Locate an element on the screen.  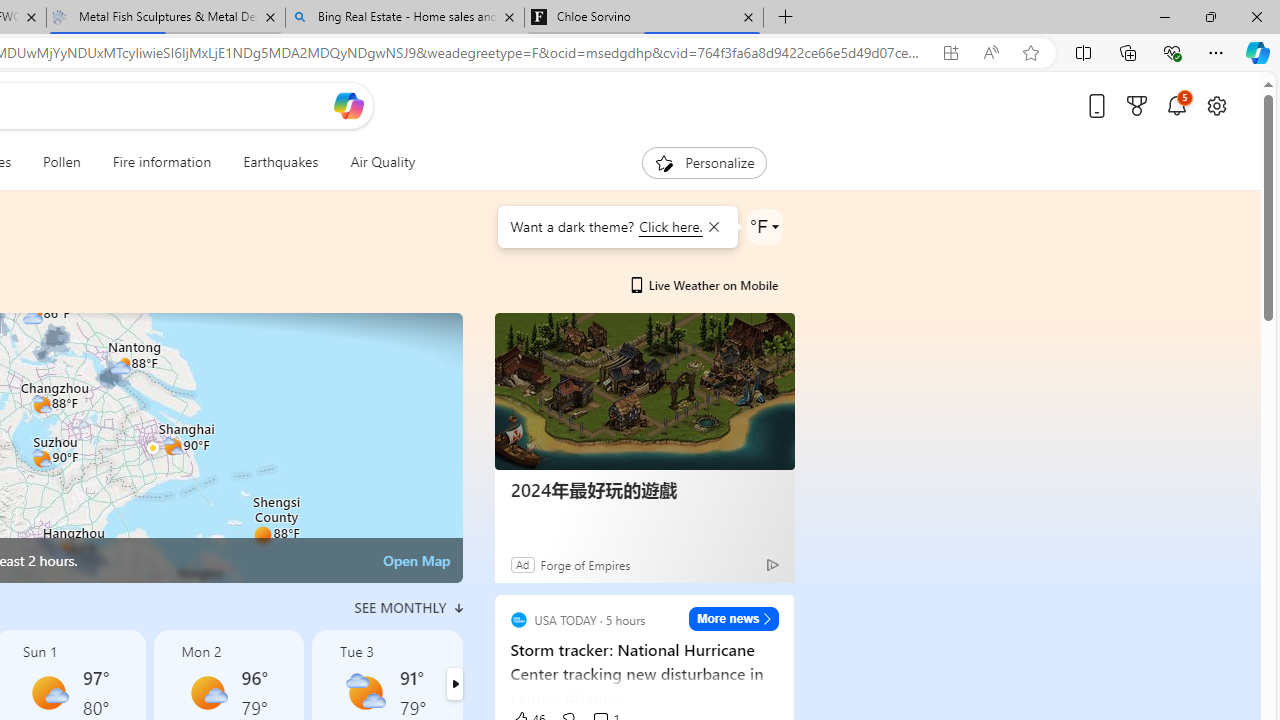
'App available. Install Microsoft Start Weather' is located at coordinates (950, 52).